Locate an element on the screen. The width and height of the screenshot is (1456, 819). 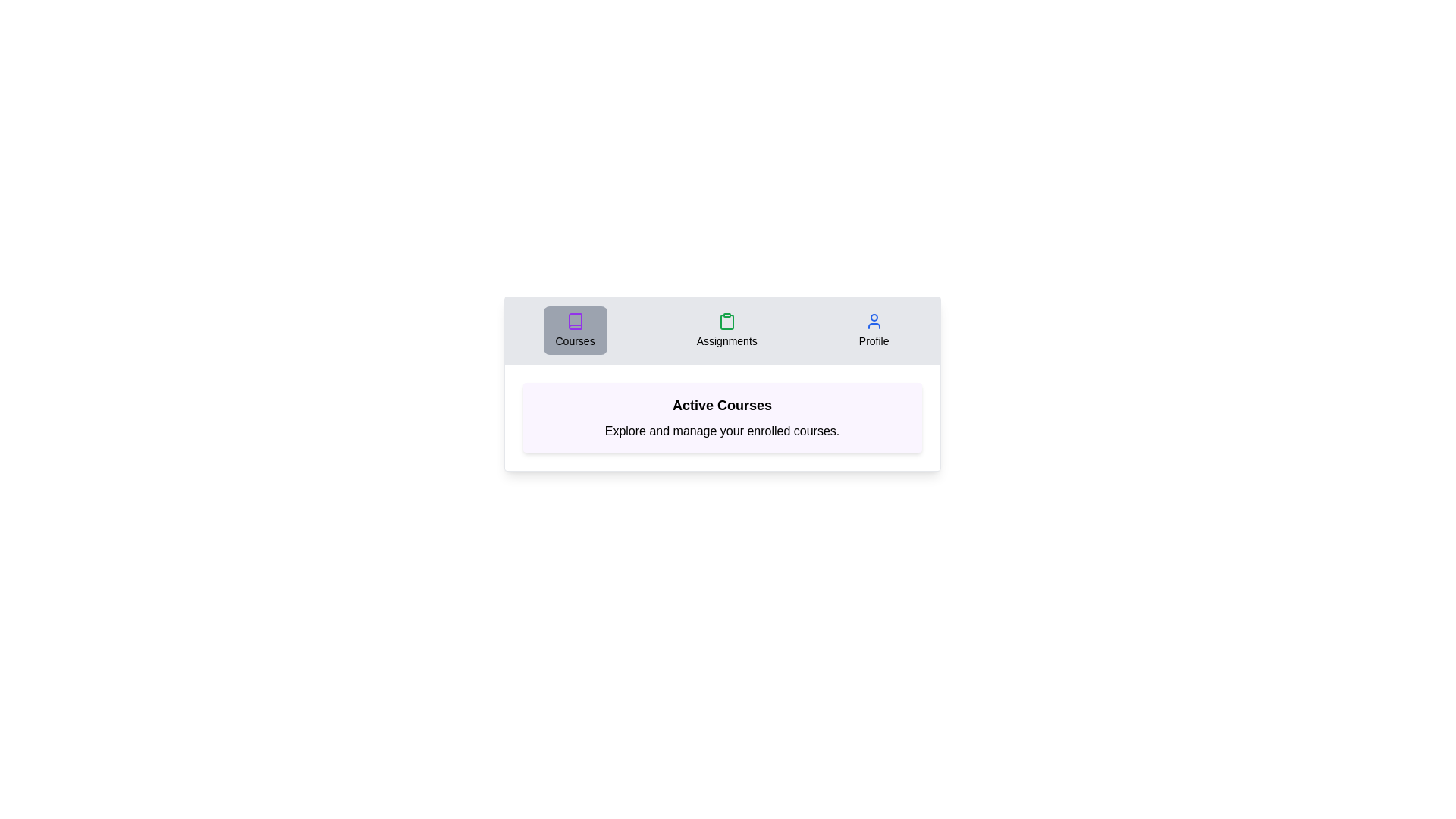
the Profile tab to view its content is located at coordinates (874, 329).